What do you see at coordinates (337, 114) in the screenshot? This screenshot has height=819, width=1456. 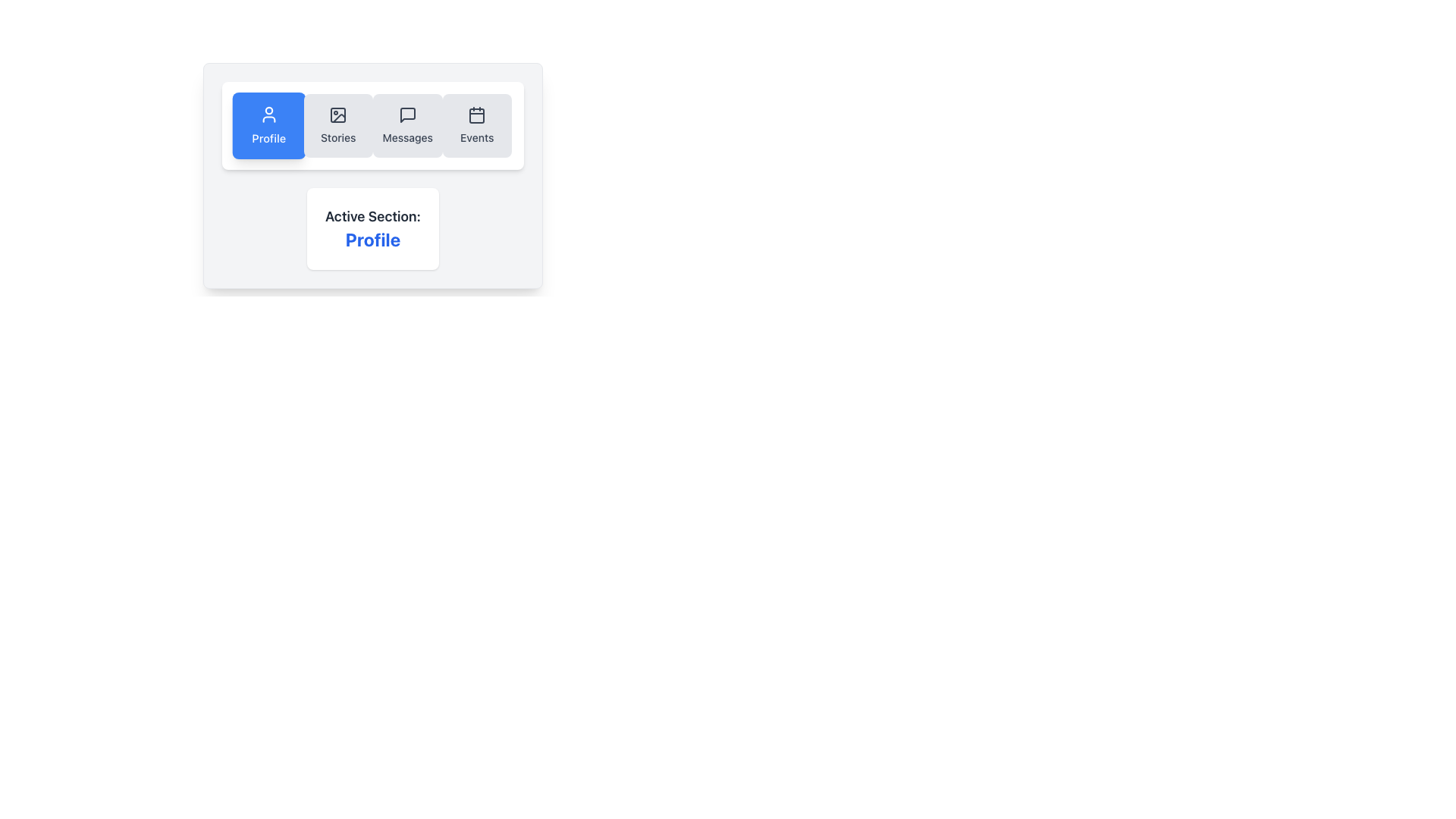 I see `the decorative rectangular background element within the SVG graphic of the navigation bar, which serves as a background for other components` at bounding box center [337, 114].